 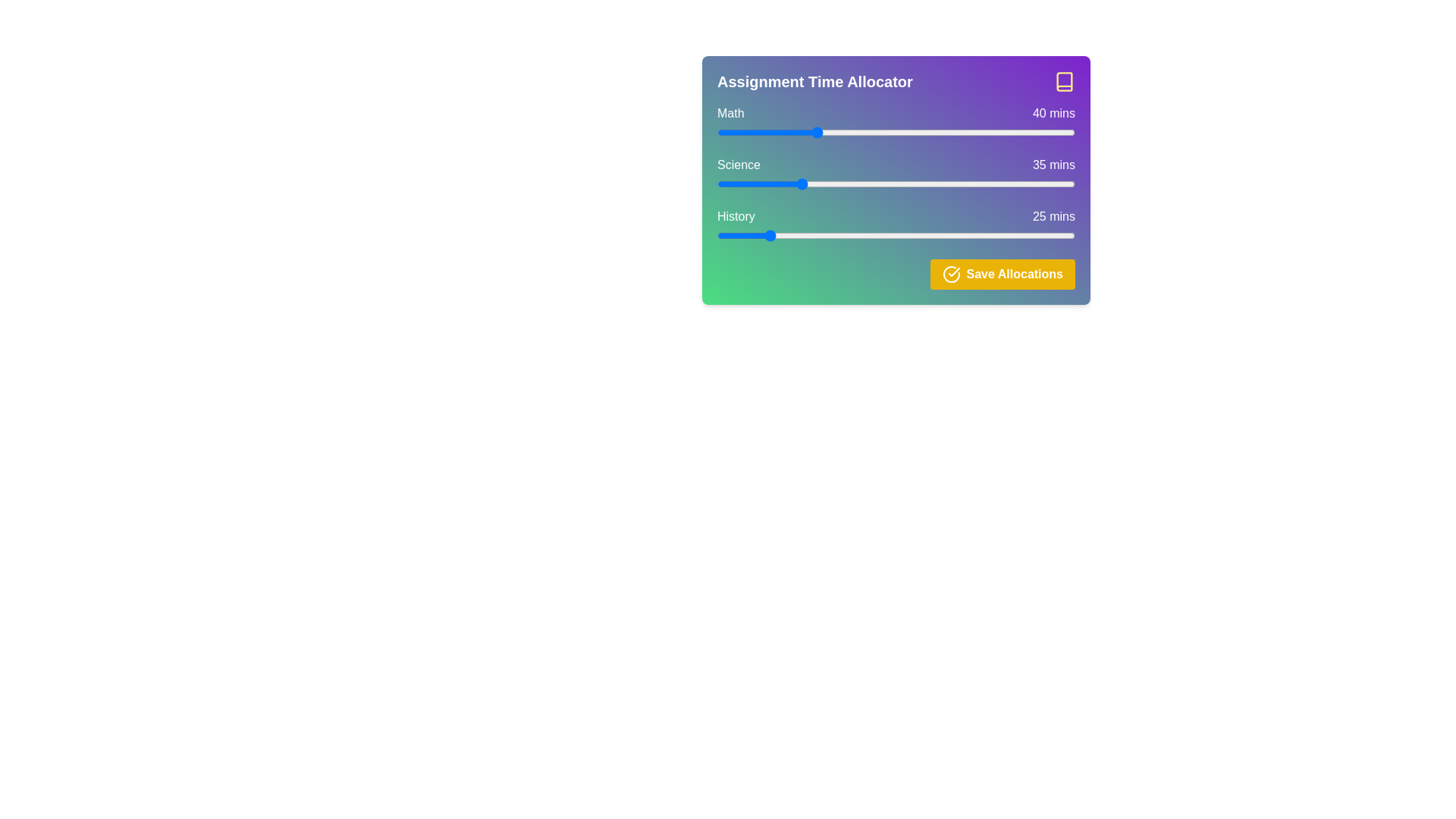 What do you see at coordinates (1053, 216) in the screenshot?
I see `the text label displaying '25 mins' which is styled in white text over a gradient background, aligned to the right of the 'History' label in the 'Assignment Time Allocator' section` at bounding box center [1053, 216].